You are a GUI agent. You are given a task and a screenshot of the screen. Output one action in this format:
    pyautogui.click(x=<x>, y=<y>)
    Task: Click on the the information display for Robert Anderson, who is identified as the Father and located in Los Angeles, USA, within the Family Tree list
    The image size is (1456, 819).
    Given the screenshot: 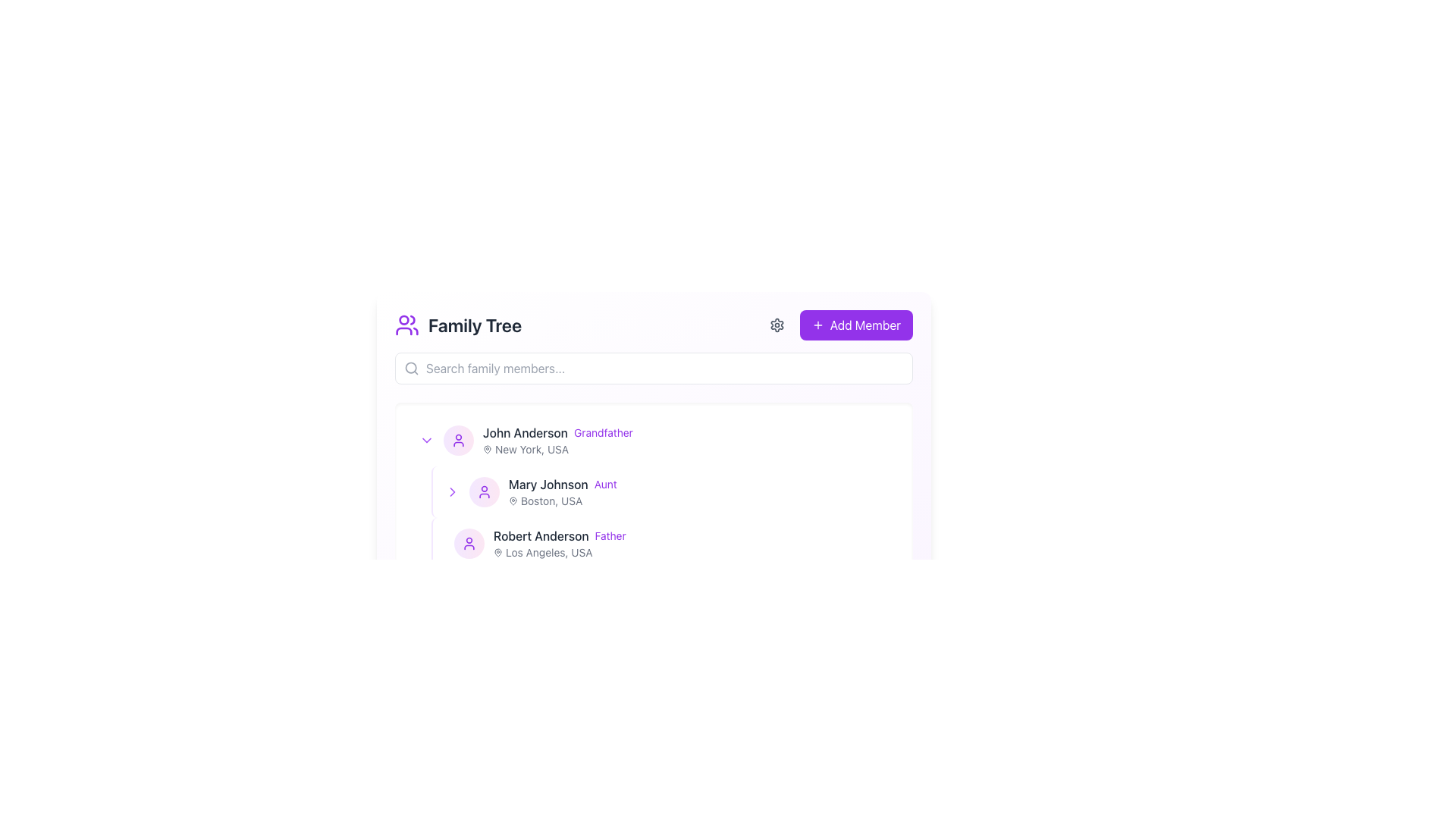 What is the action you would take?
    pyautogui.click(x=692, y=543)
    